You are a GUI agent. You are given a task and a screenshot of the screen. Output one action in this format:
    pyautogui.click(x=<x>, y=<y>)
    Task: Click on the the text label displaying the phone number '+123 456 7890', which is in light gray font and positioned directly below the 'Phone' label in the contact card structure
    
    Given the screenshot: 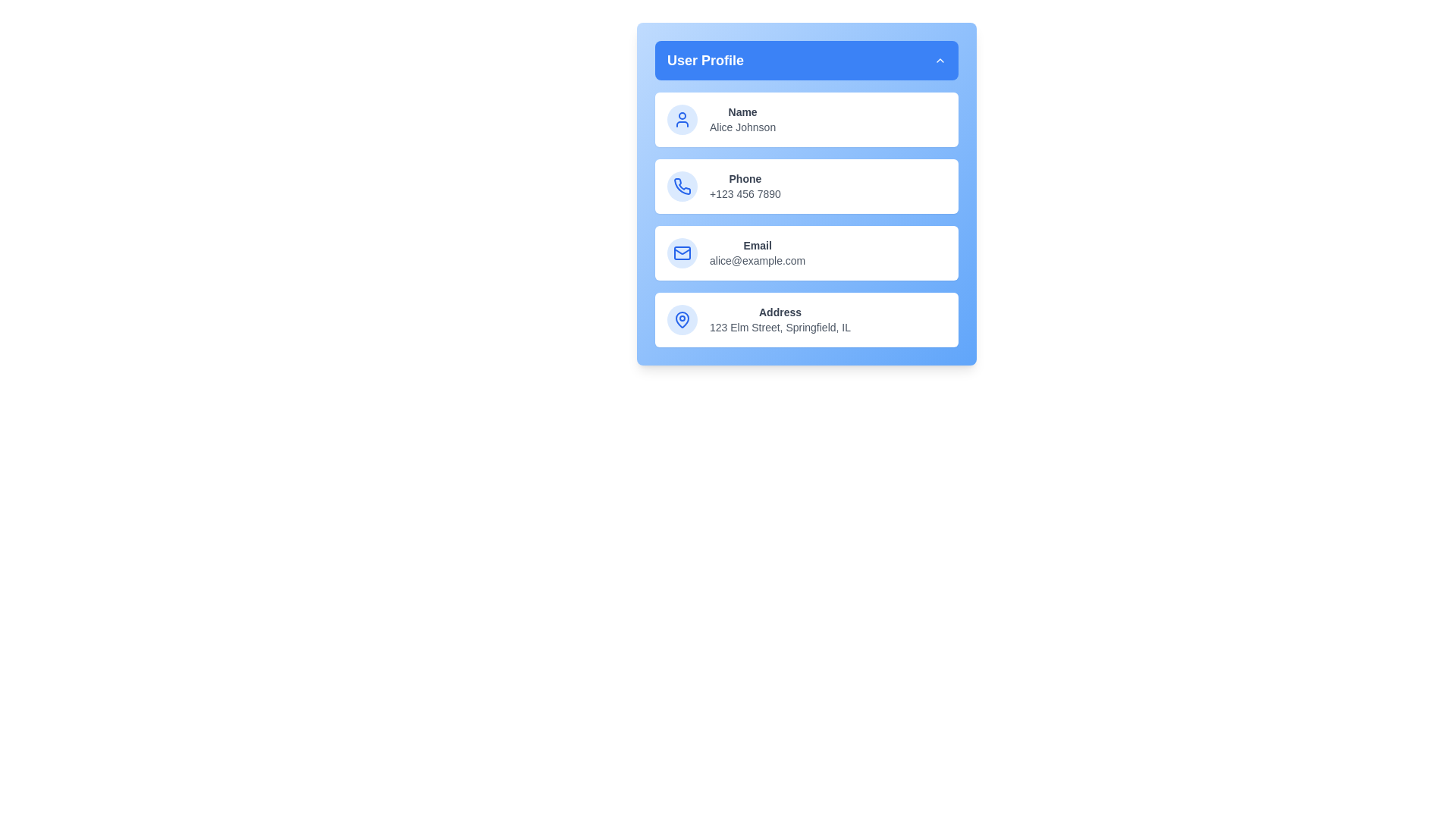 What is the action you would take?
    pyautogui.click(x=745, y=193)
    